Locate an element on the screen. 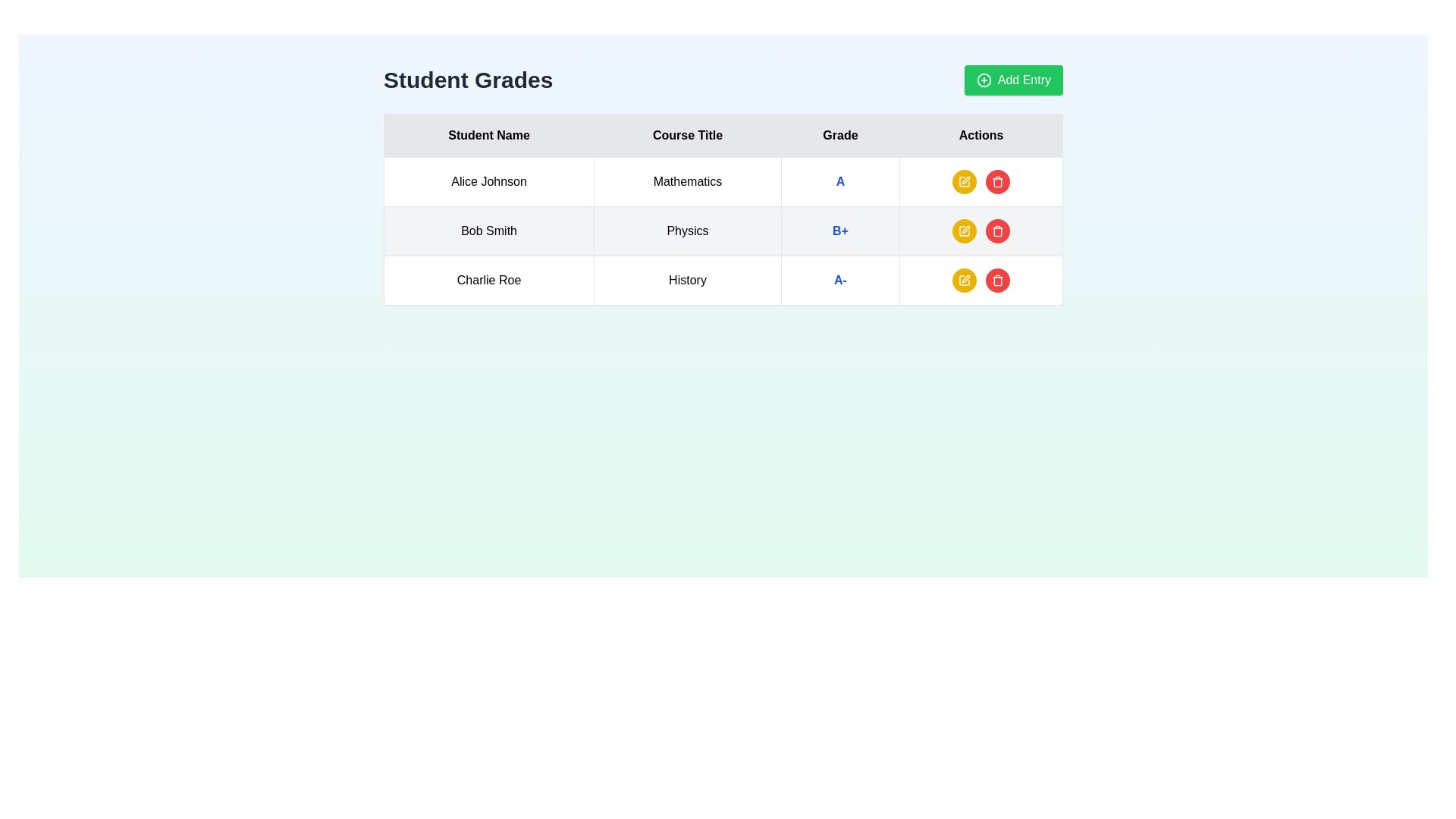 The height and width of the screenshot is (819, 1456). the 'Mathematics' text display located in the 'Course Title' column of the 'Student Grades' table, positioned between 'Alice Johnson' and 'A' is located at coordinates (687, 180).